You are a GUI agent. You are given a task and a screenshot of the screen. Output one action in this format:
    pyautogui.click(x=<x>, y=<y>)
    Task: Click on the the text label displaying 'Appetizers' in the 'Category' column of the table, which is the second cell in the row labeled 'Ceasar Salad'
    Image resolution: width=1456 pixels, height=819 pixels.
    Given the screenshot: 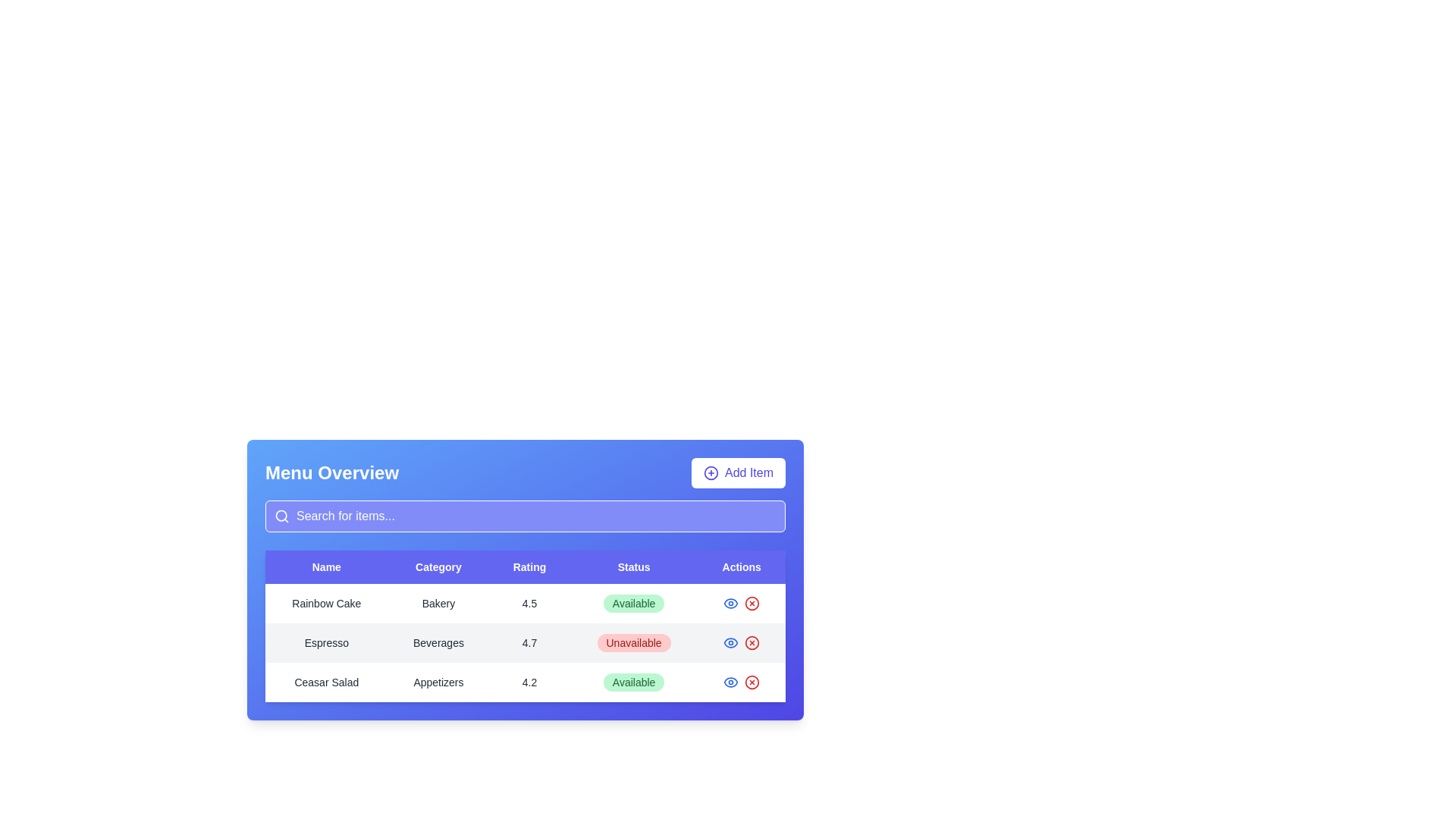 What is the action you would take?
    pyautogui.click(x=438, y=681)
    